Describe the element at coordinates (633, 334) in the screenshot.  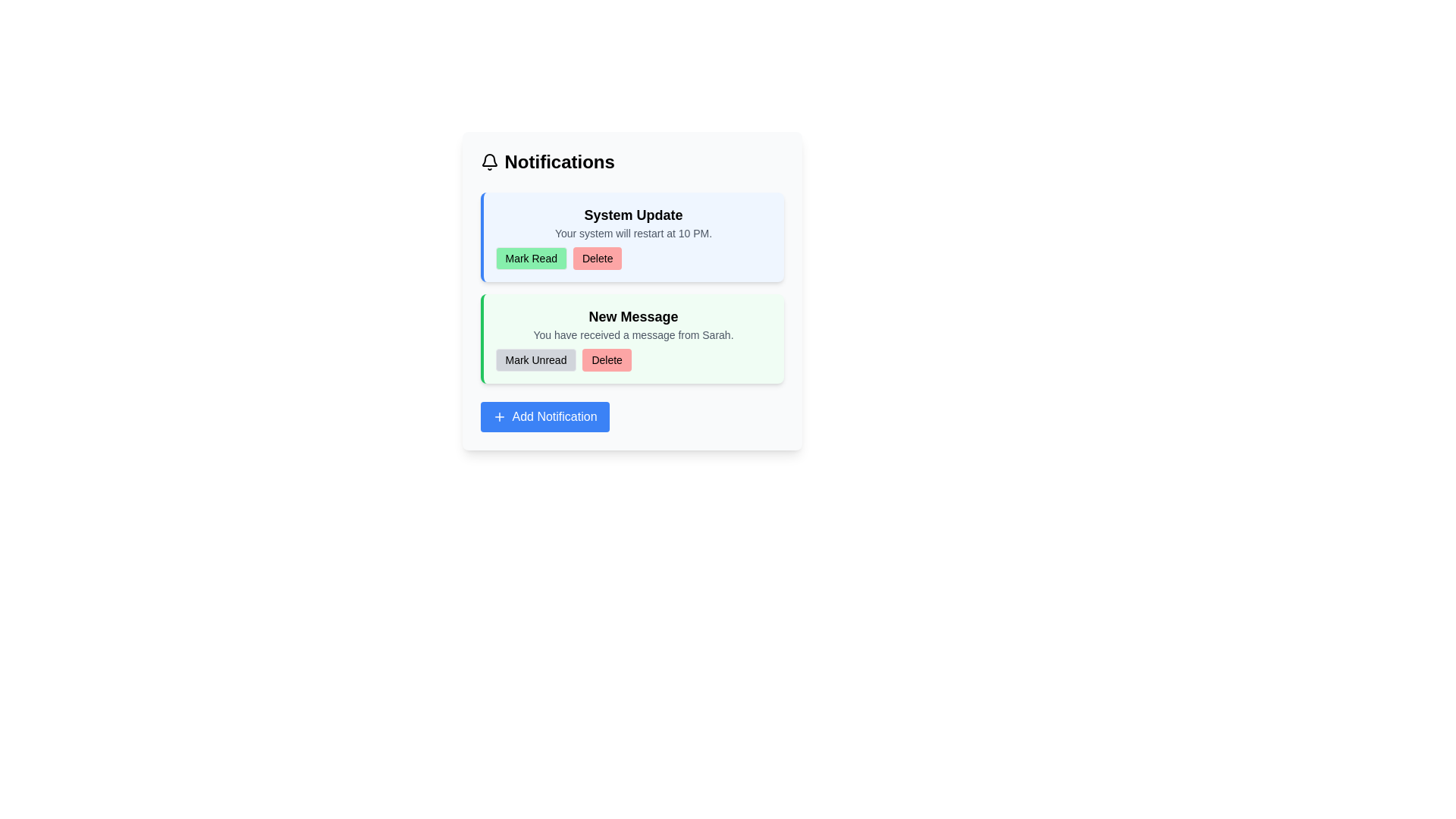
I see `the informational Text Label that conveys a message from Sarah, located below the title 'New Message' and above the action buttons 'Mark Unread' and 'Delete'` at that location.